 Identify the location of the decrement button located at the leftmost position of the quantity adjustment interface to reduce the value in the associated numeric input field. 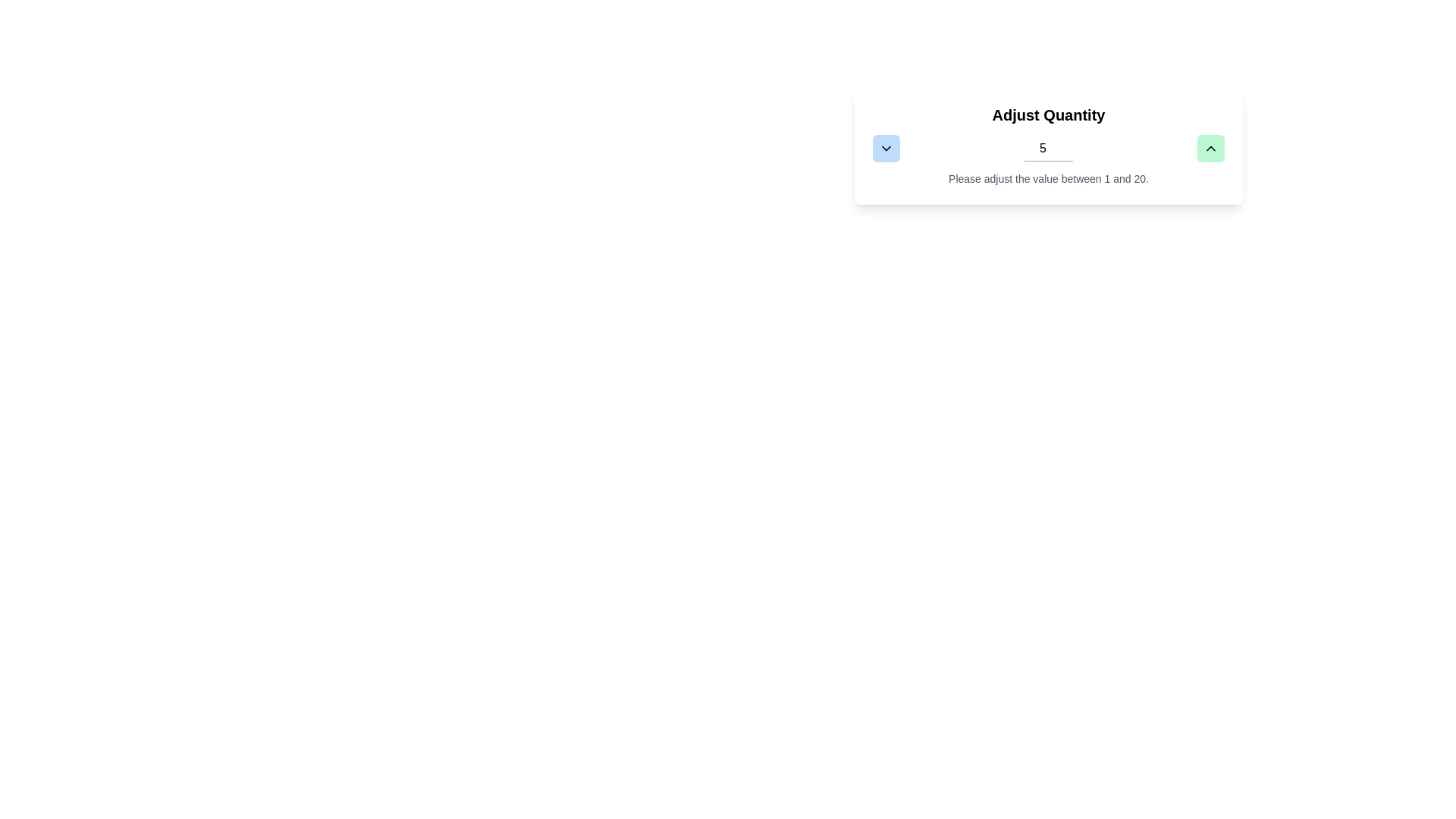
(886, 149).